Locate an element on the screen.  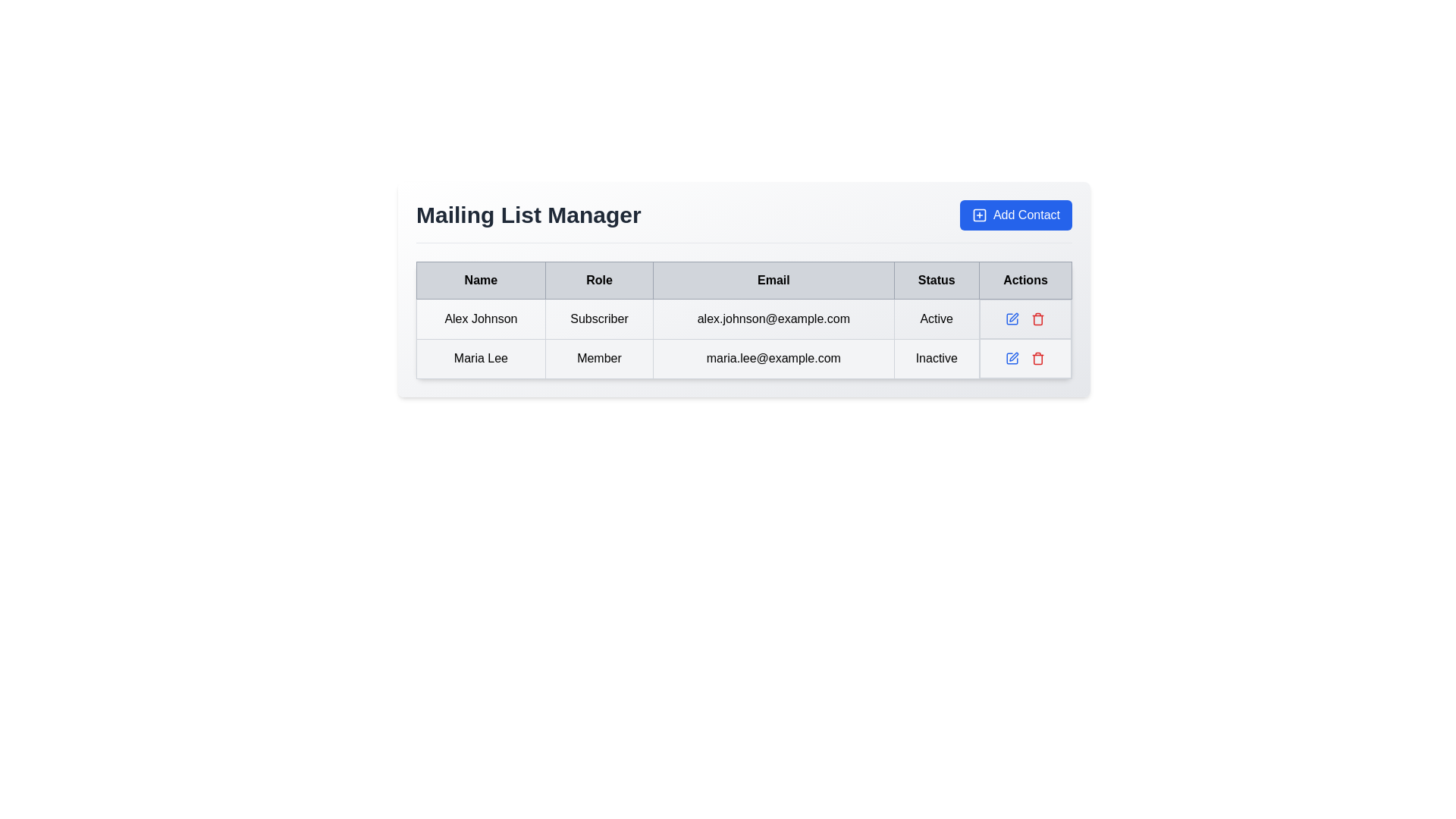
the 'Role' column header in the table, which is located between the 'Name' and 'Email' headers is located at coordinates (598, 281).